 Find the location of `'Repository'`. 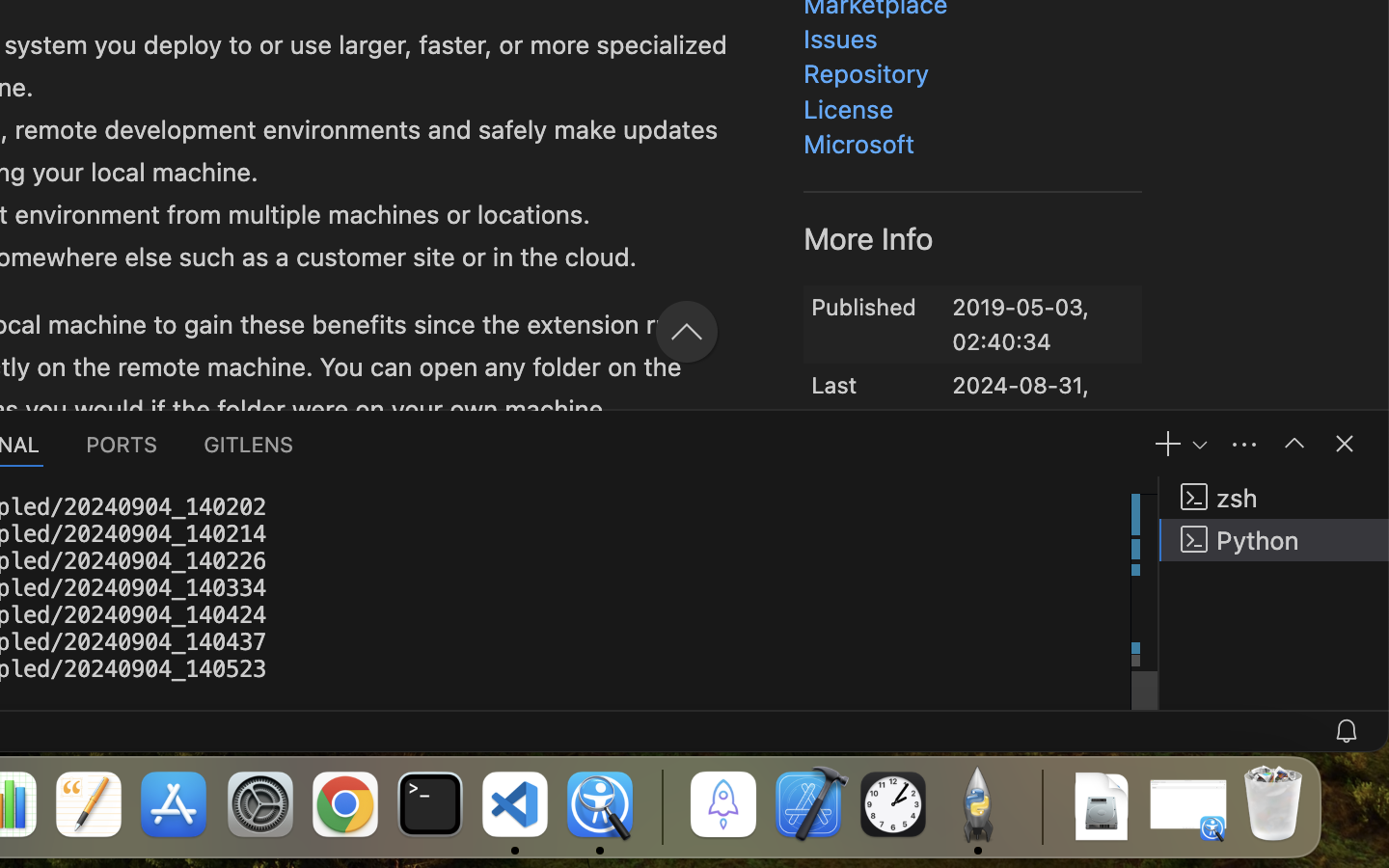

'Repository' is located at coordinates (865, 73).